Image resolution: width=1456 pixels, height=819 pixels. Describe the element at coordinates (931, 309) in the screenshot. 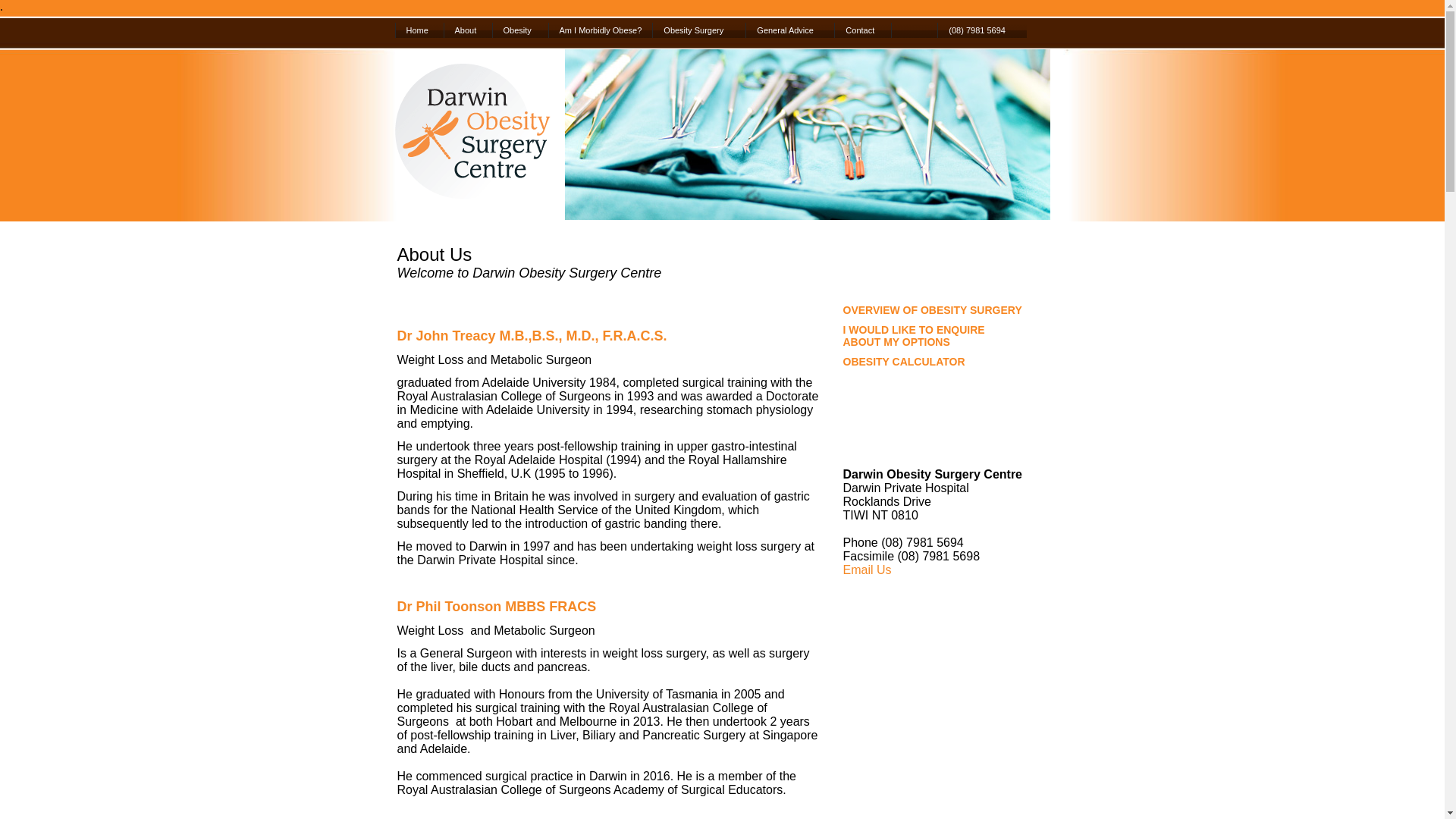

I see `'OVERVIEW OF OBESITY SURGERY'` at that location.